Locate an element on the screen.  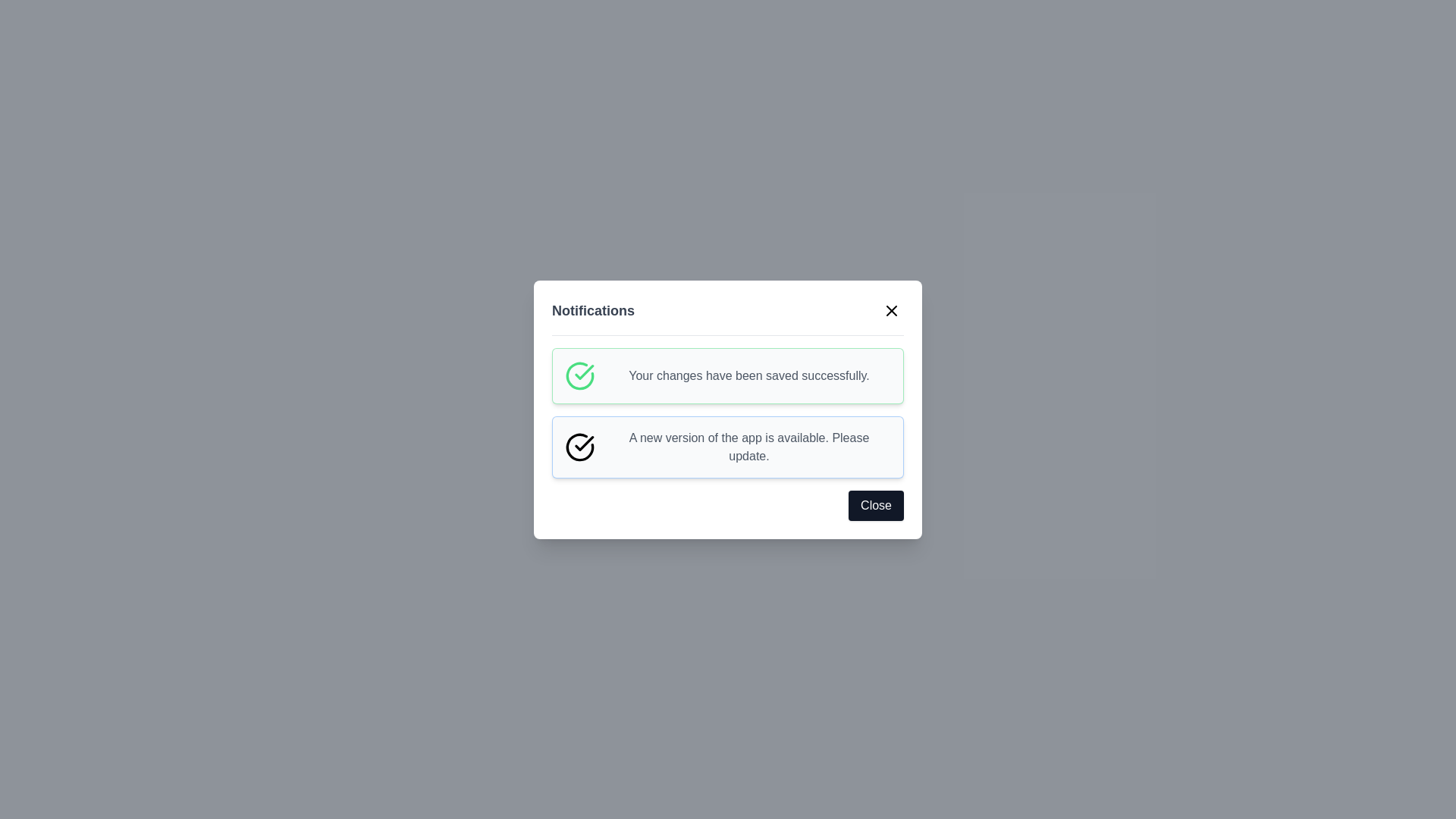
the black 'X' icon button located in the top-right corner of the notification panel is located at coordinates (892, 309).